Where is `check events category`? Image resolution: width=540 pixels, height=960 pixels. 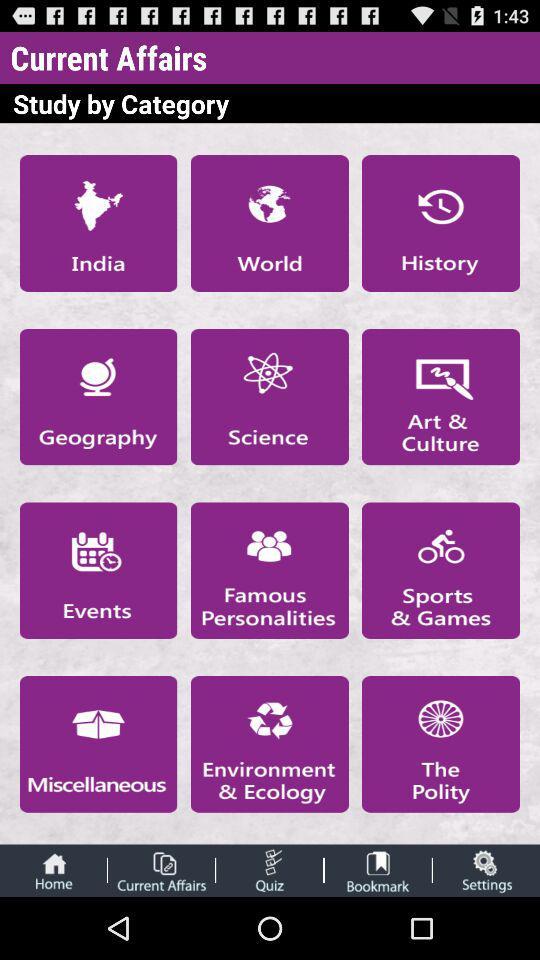 check events category is located at coordinates (97, 570).